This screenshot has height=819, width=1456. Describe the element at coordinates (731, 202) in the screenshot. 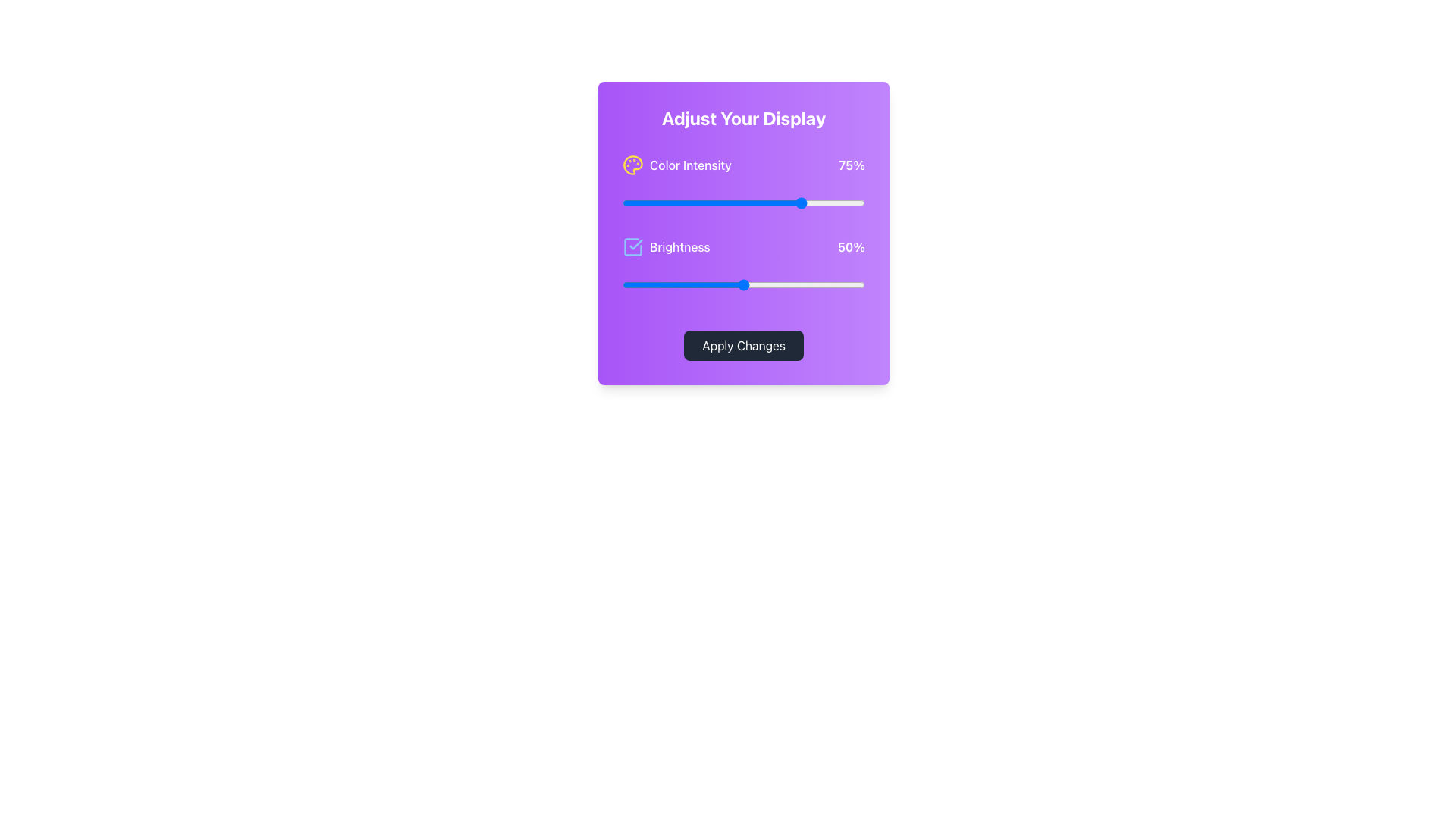

I see `the slider` at that location.